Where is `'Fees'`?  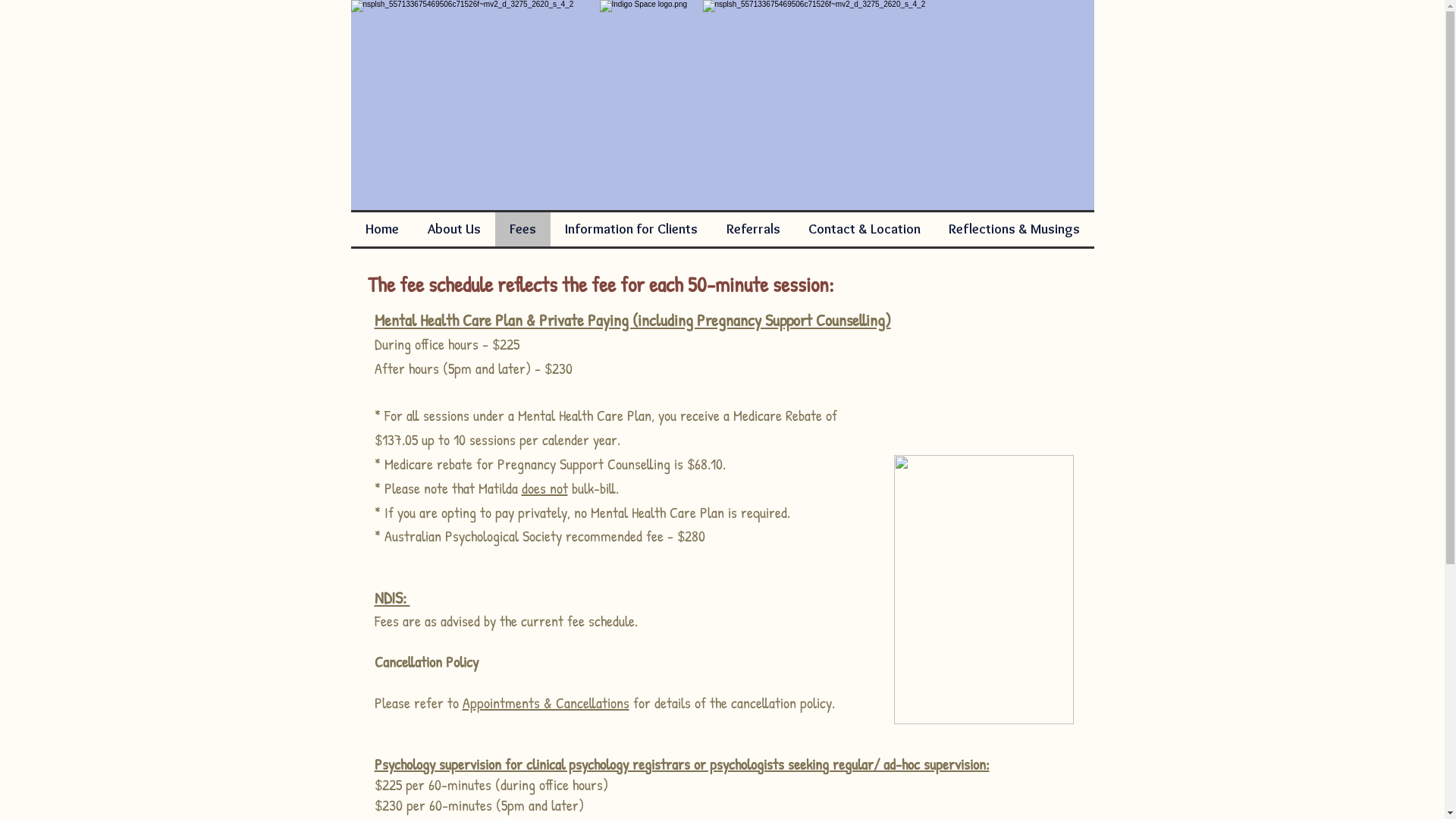 'Fees' is located at coordinates (522, 229).